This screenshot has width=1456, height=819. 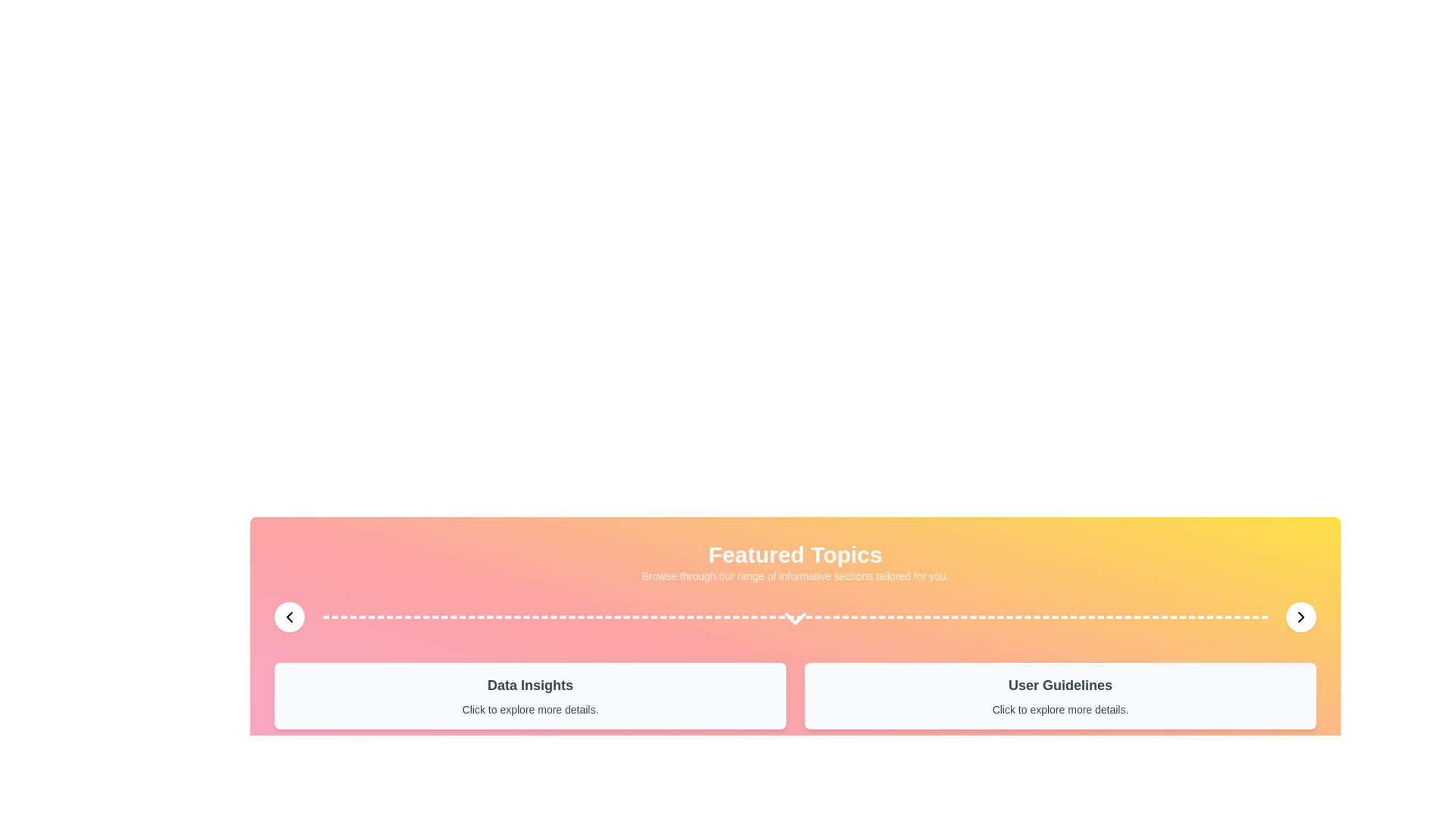 What do you see at coordinates (1059, 685) in the screenshot?
I see `the 'User Guidelines' text label, which is displayed in a bold and slightly larger font, located at the upper section of a rectangular card with a light background` at bounding box center [1059, 685].